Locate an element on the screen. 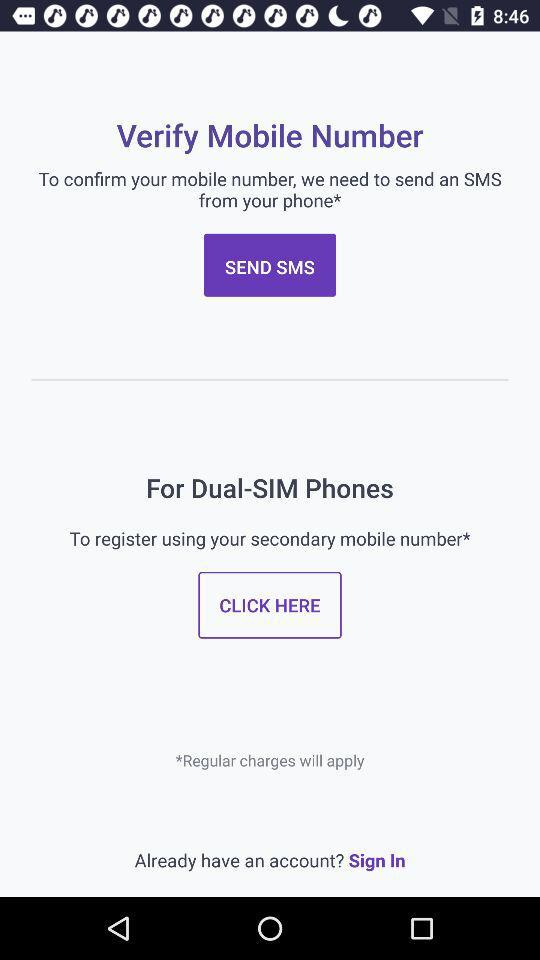 This screenshot has width=540, height=960. already have an icon is located at coordinates (270, 859).